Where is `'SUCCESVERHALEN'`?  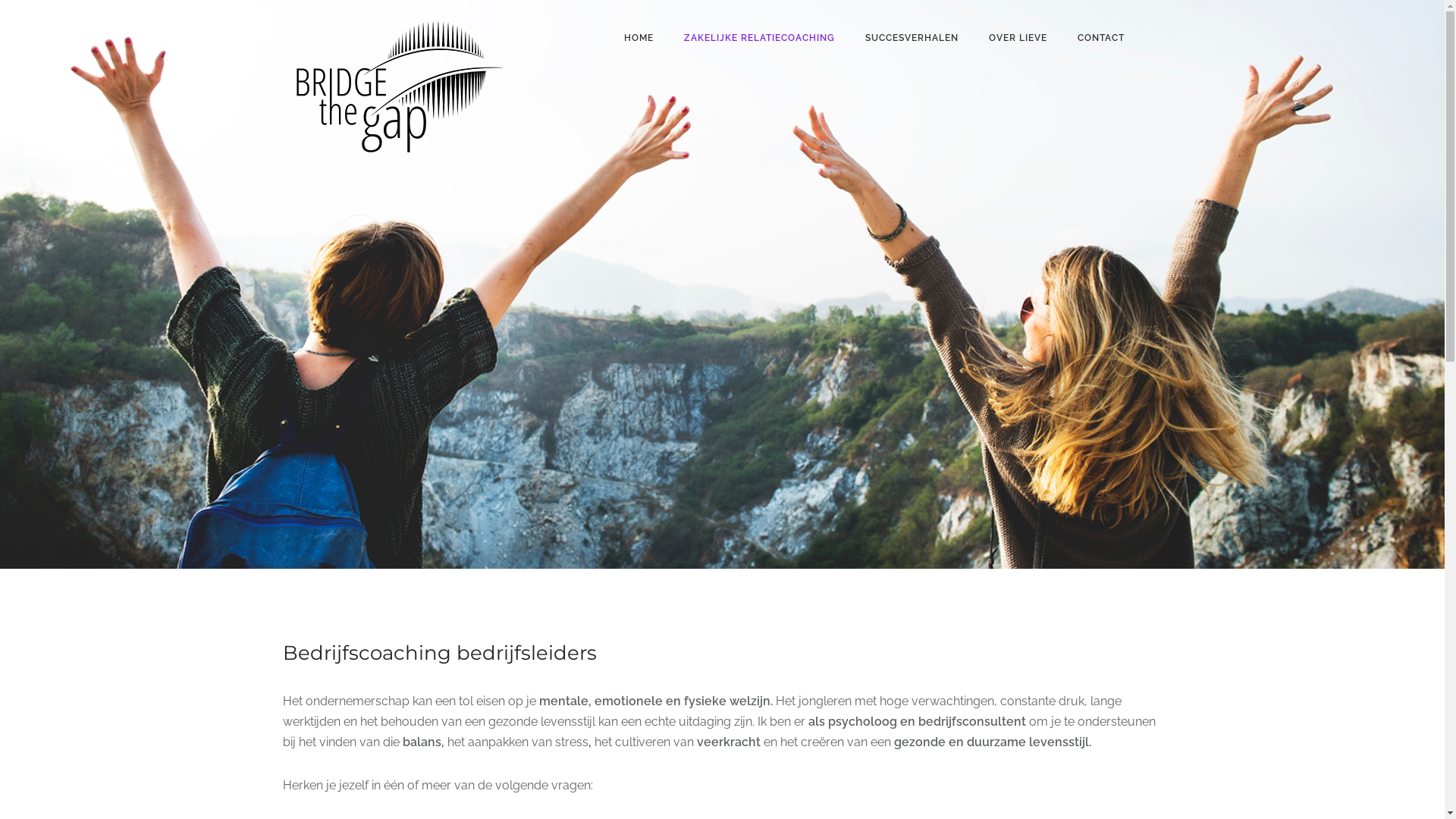 'SUCCESVERHALEN' is located at coordinates (910, 37).